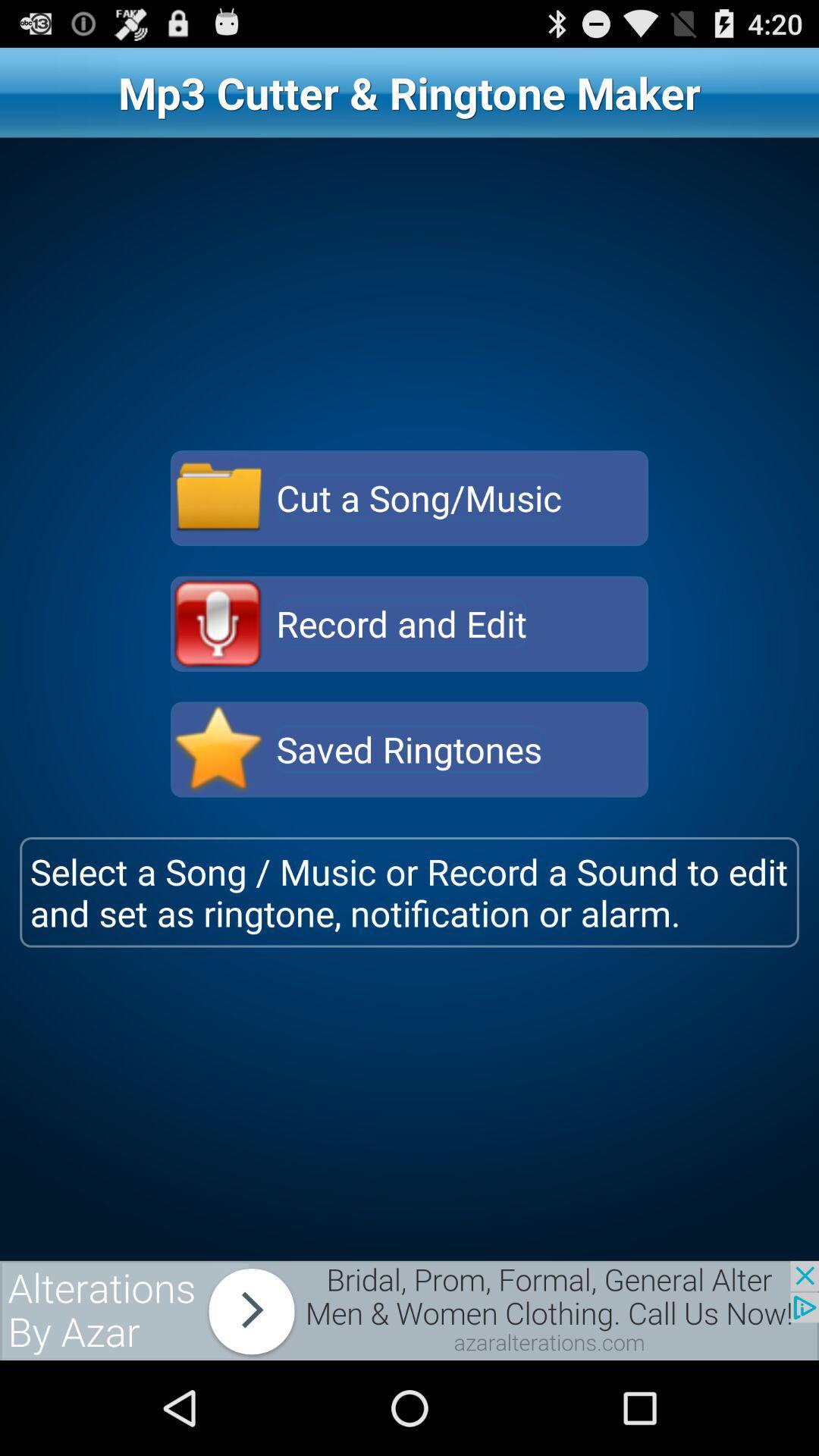  I want to click on the star icon, so click(218, 801).